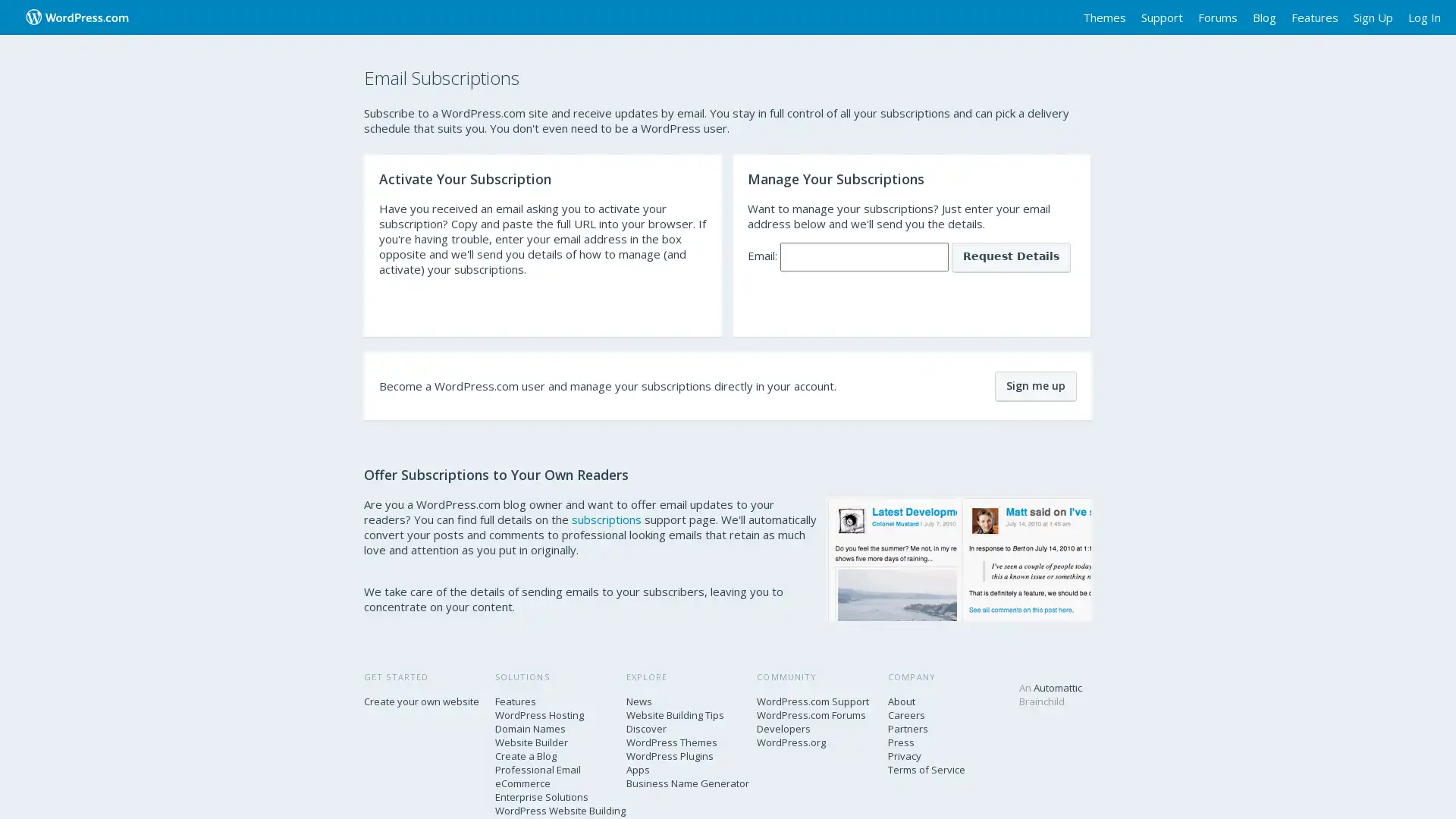 This screenshot has width=1456, height=819. Describe the element at coordinates (1011, 256) in the screenshot. I see `Request Details` at that location.